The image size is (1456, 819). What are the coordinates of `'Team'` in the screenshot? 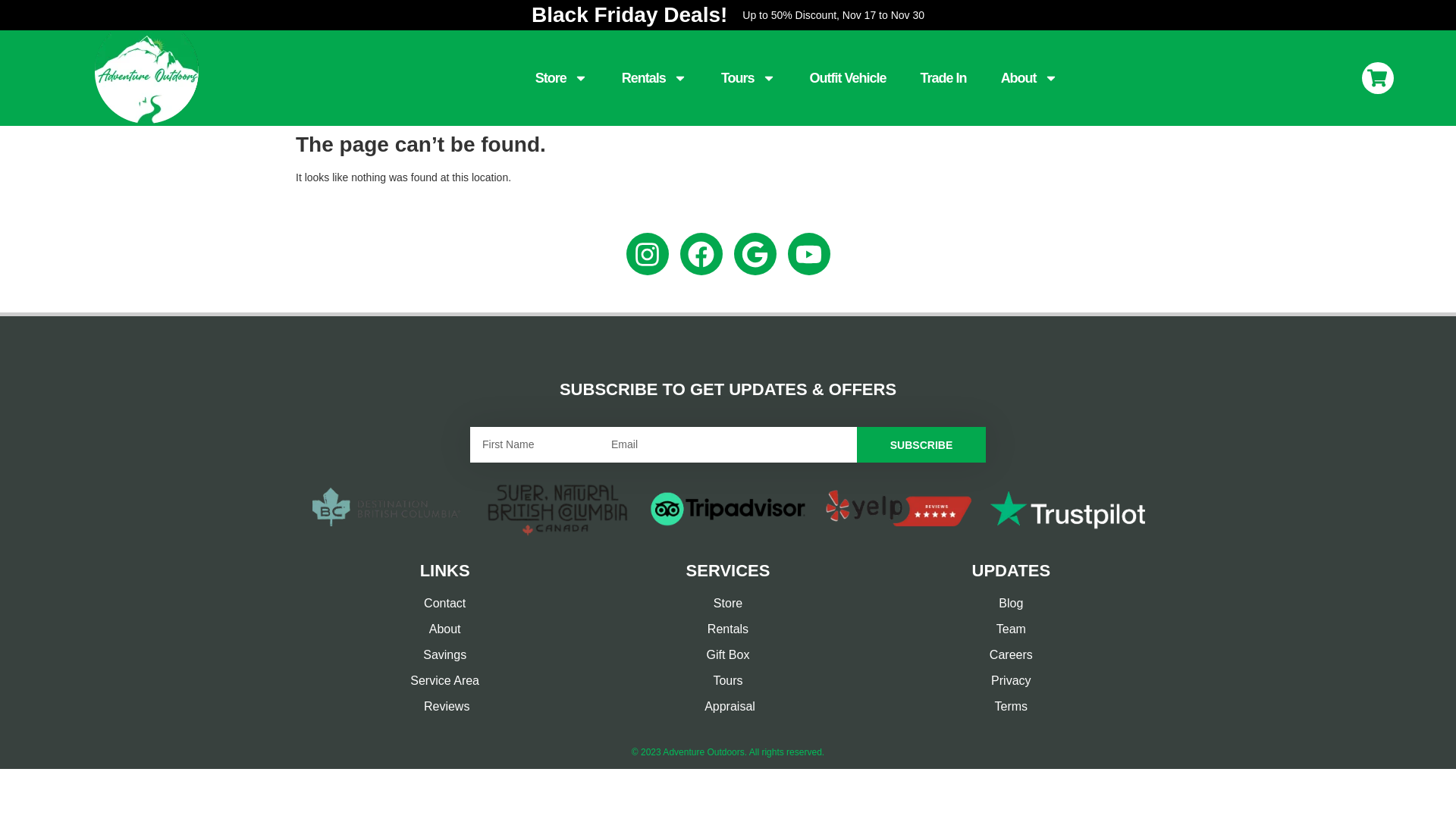 It's located at (1011, 629).